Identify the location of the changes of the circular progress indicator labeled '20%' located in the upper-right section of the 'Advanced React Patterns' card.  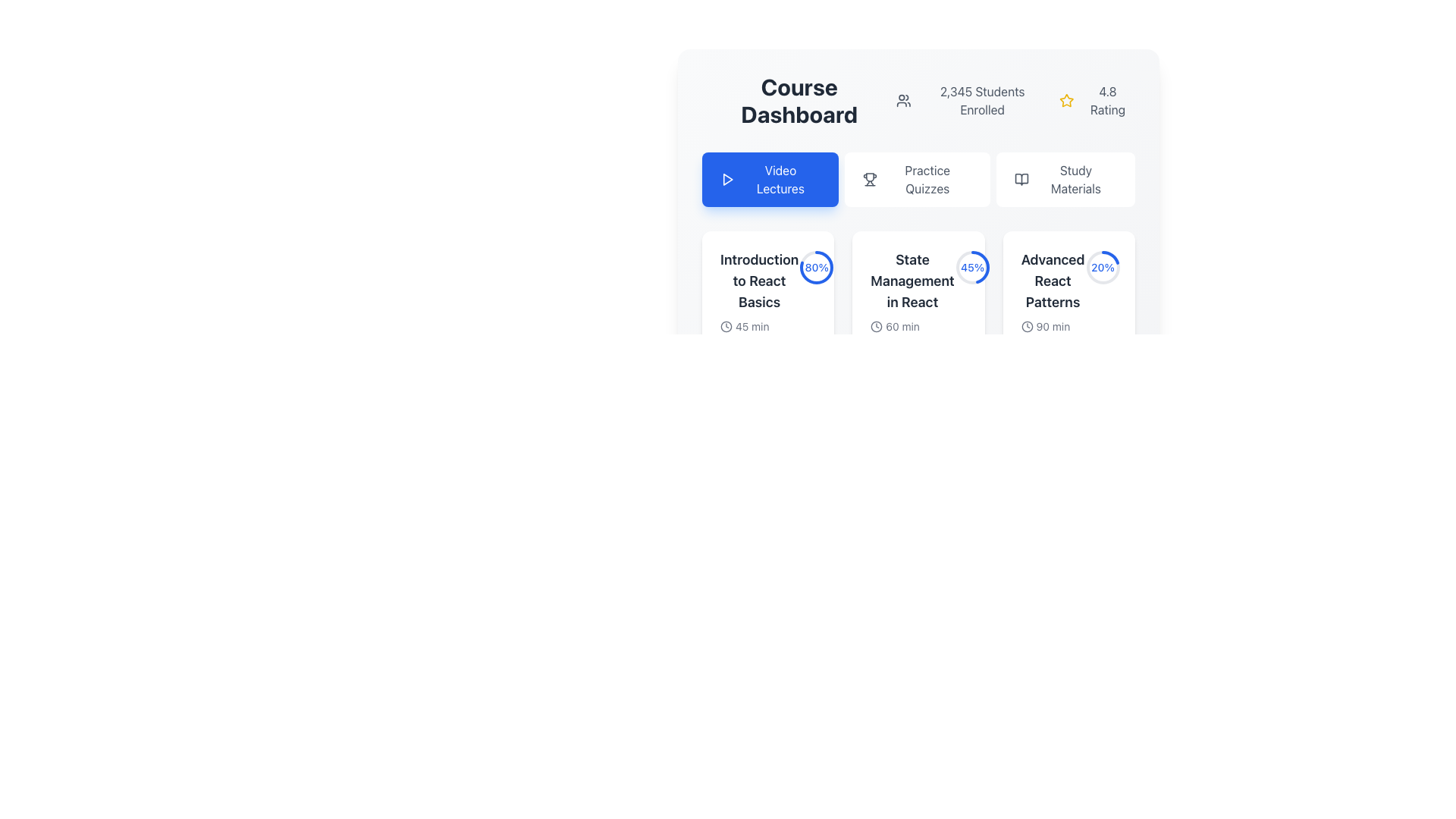
(1103, 267).